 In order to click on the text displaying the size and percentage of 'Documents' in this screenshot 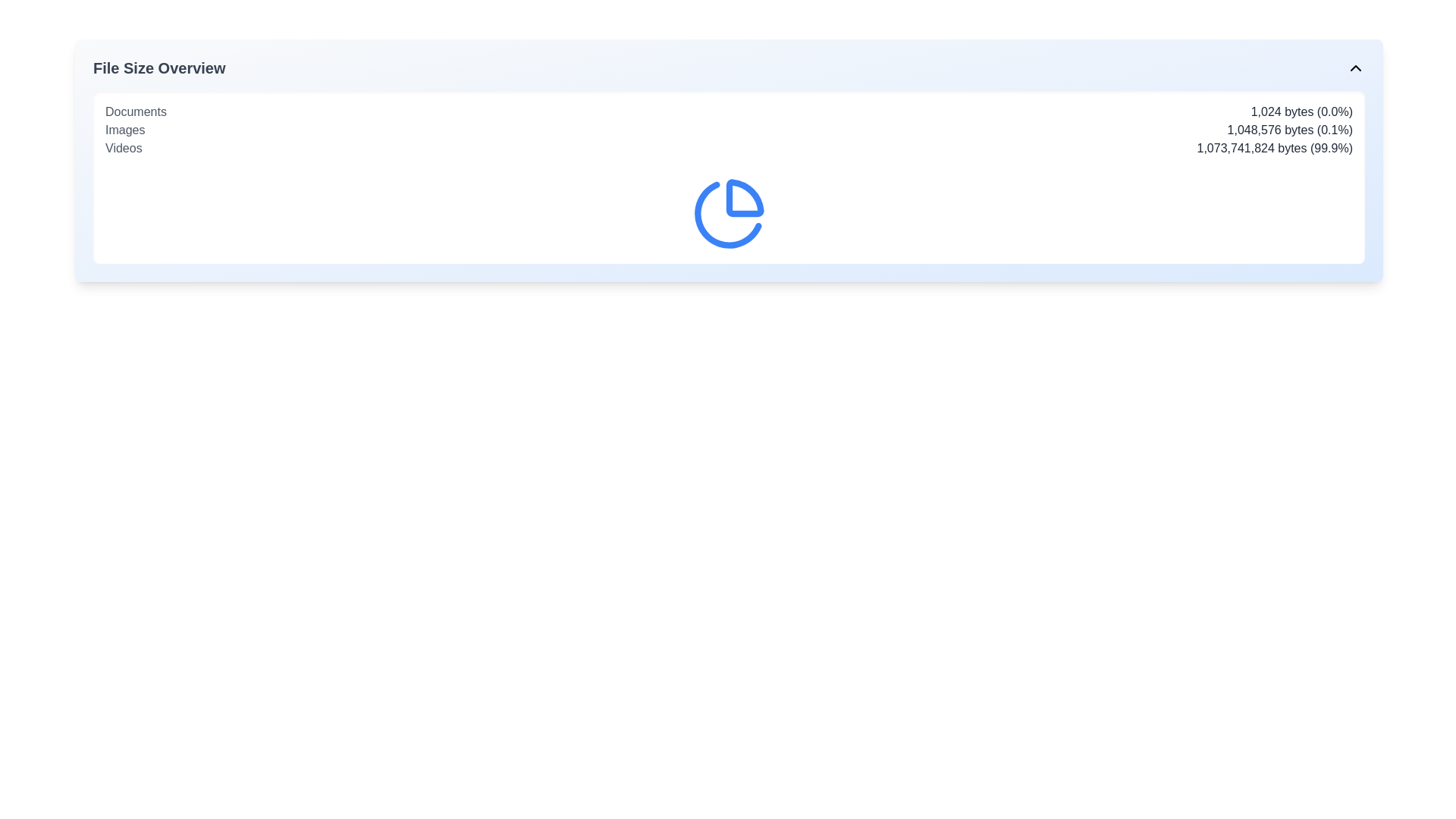, I will do `click(1301, 111)`.